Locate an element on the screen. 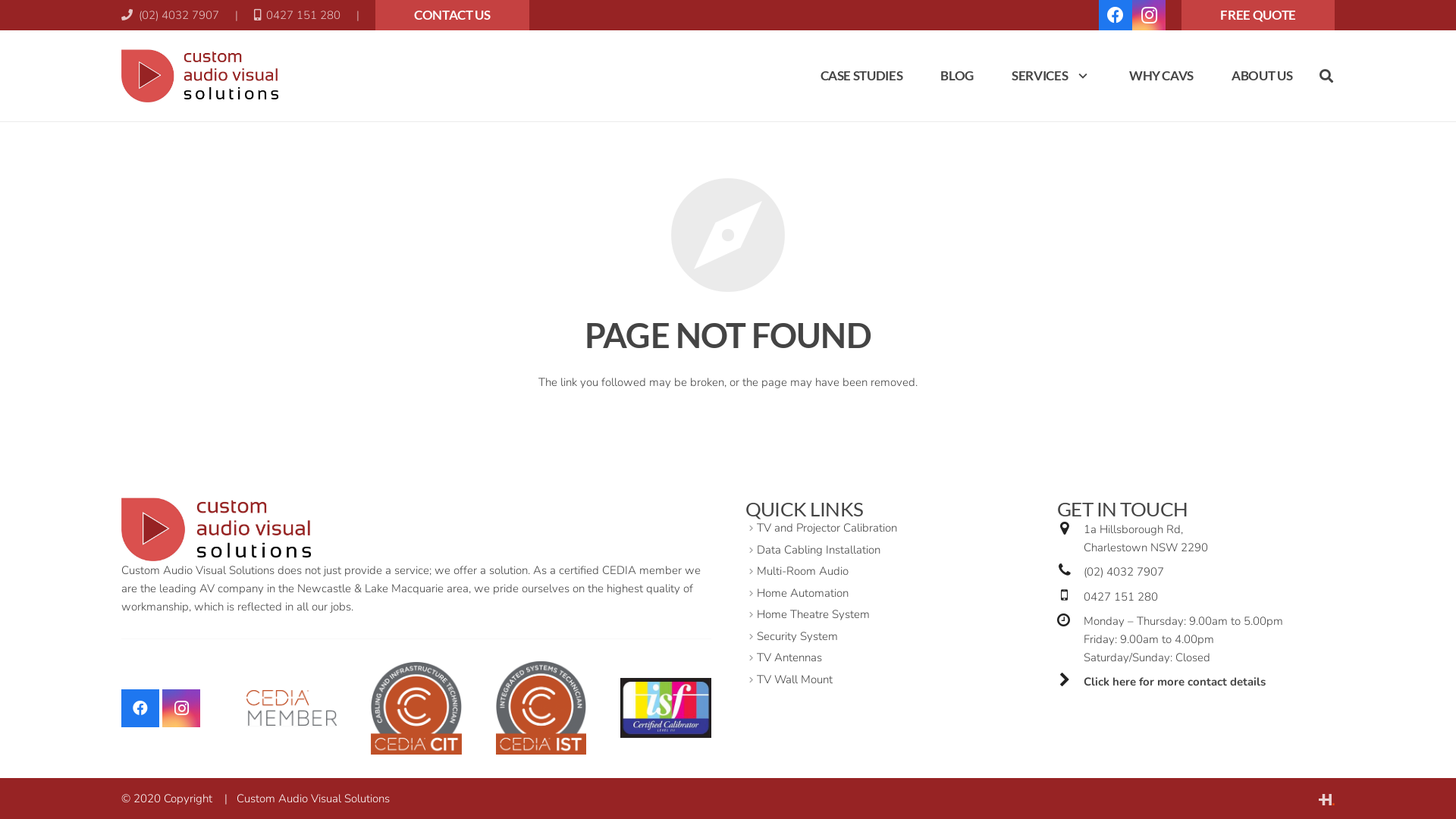  'Security System' is located at coordinates (796, 636).